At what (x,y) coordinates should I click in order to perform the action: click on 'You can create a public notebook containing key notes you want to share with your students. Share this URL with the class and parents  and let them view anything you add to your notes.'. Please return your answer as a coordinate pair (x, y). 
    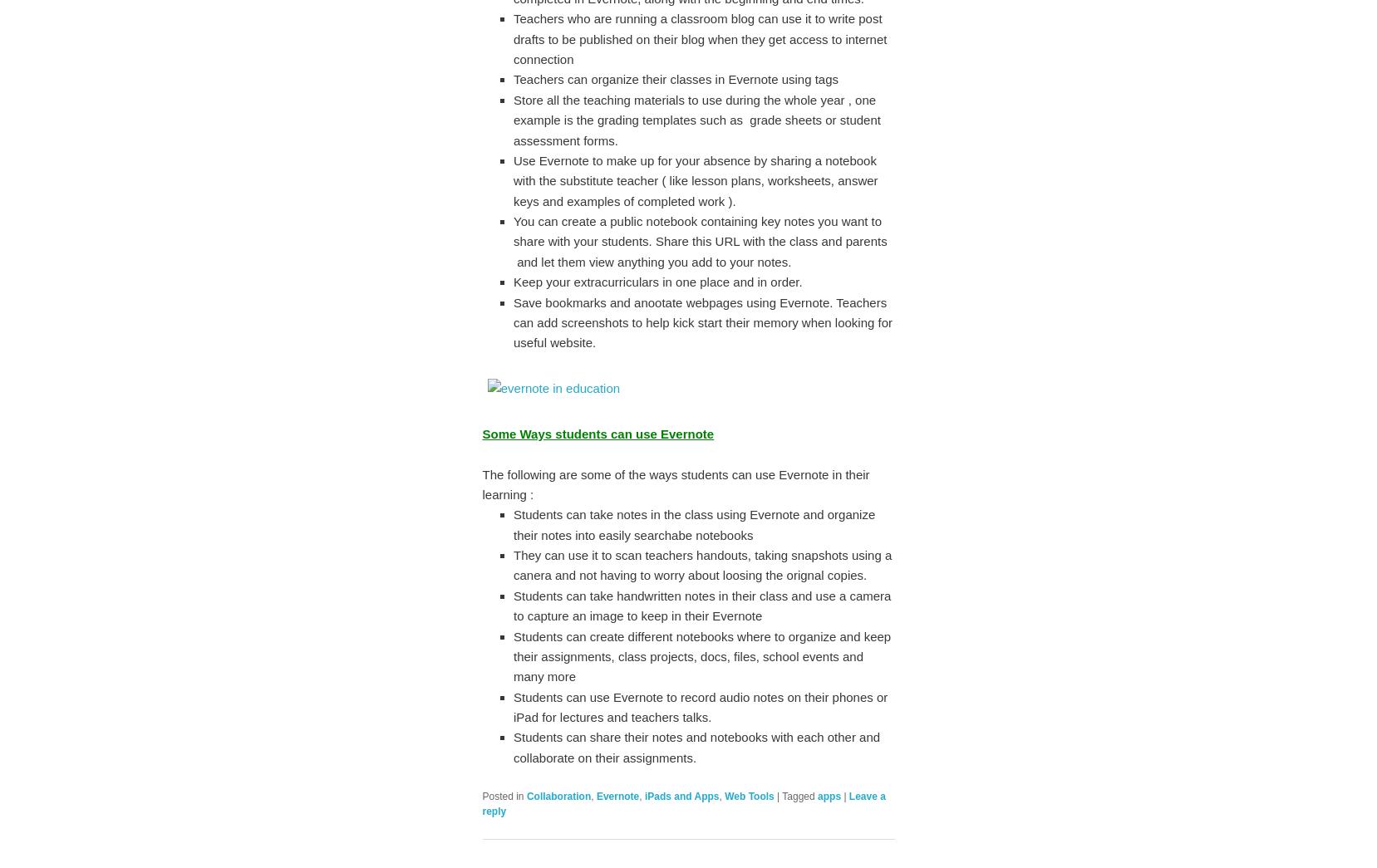
    Looking at the image, I should click on (700, 240).